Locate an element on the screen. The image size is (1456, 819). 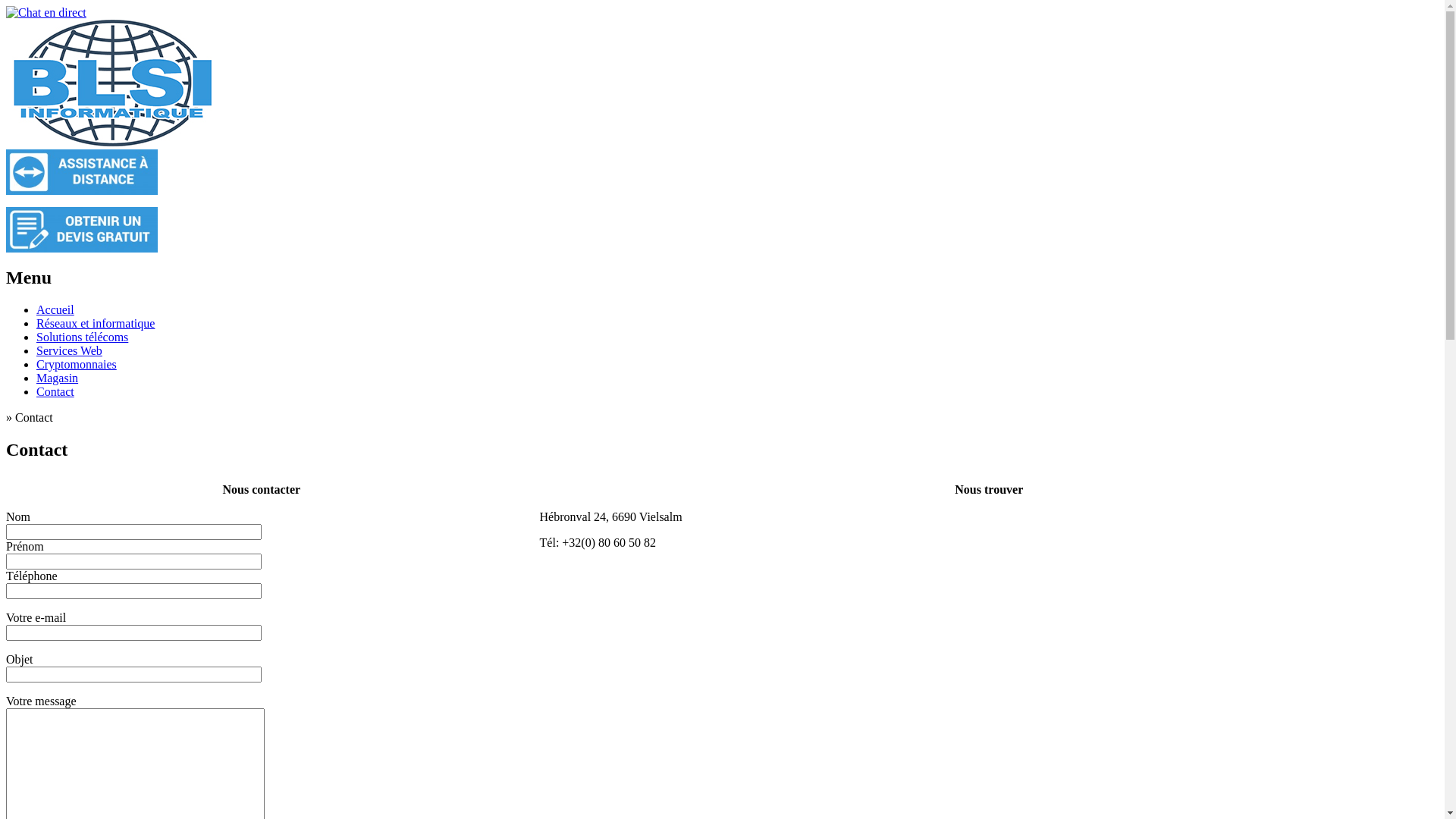
'Services Web' is located at coordinates (68, 350).